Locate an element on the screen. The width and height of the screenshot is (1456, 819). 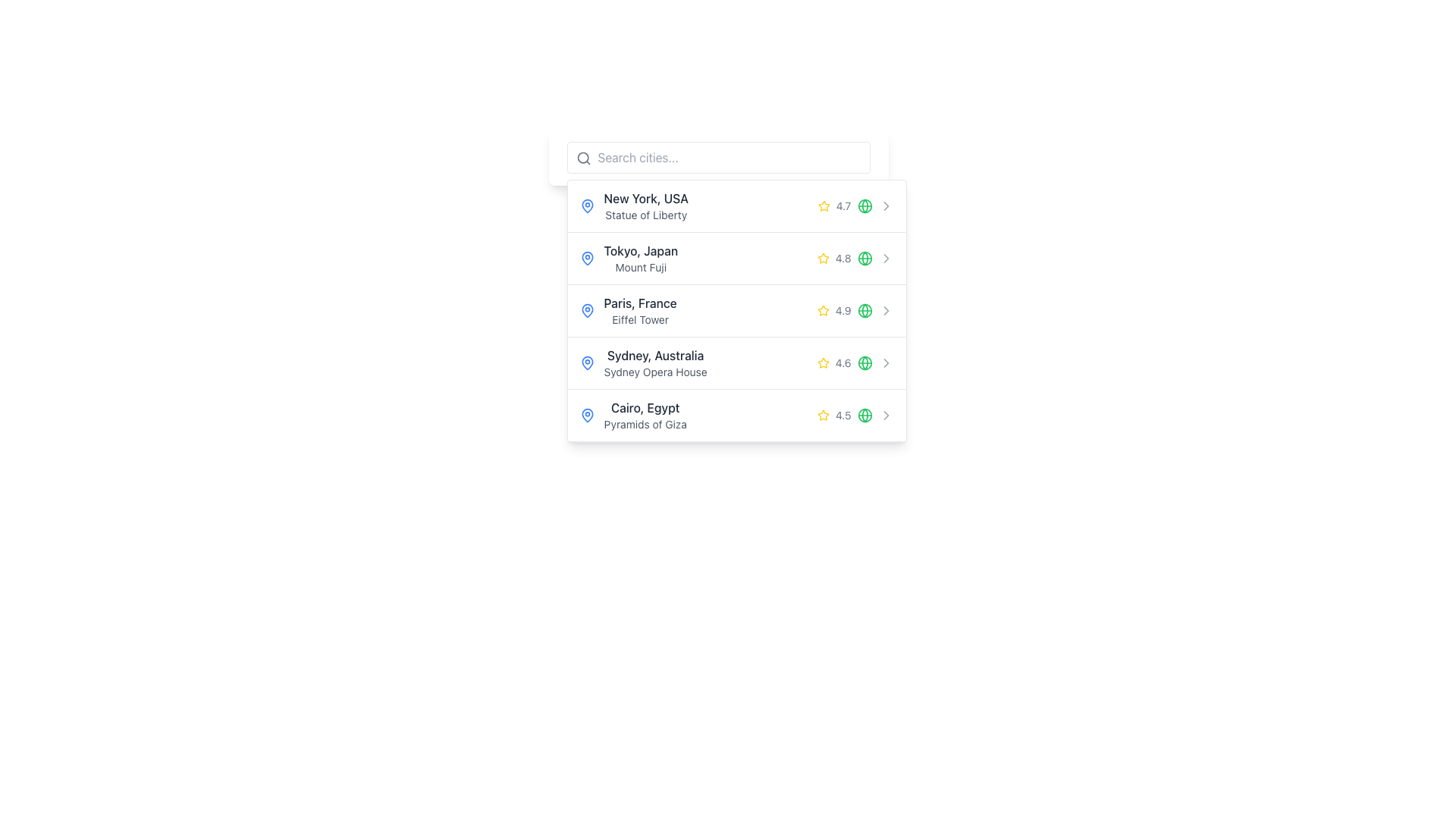
the numerical rating text label located in the top row of the vertically aligned list, positioned between the yellow star icon and the green globe icon is located at coordinates (843, 206).